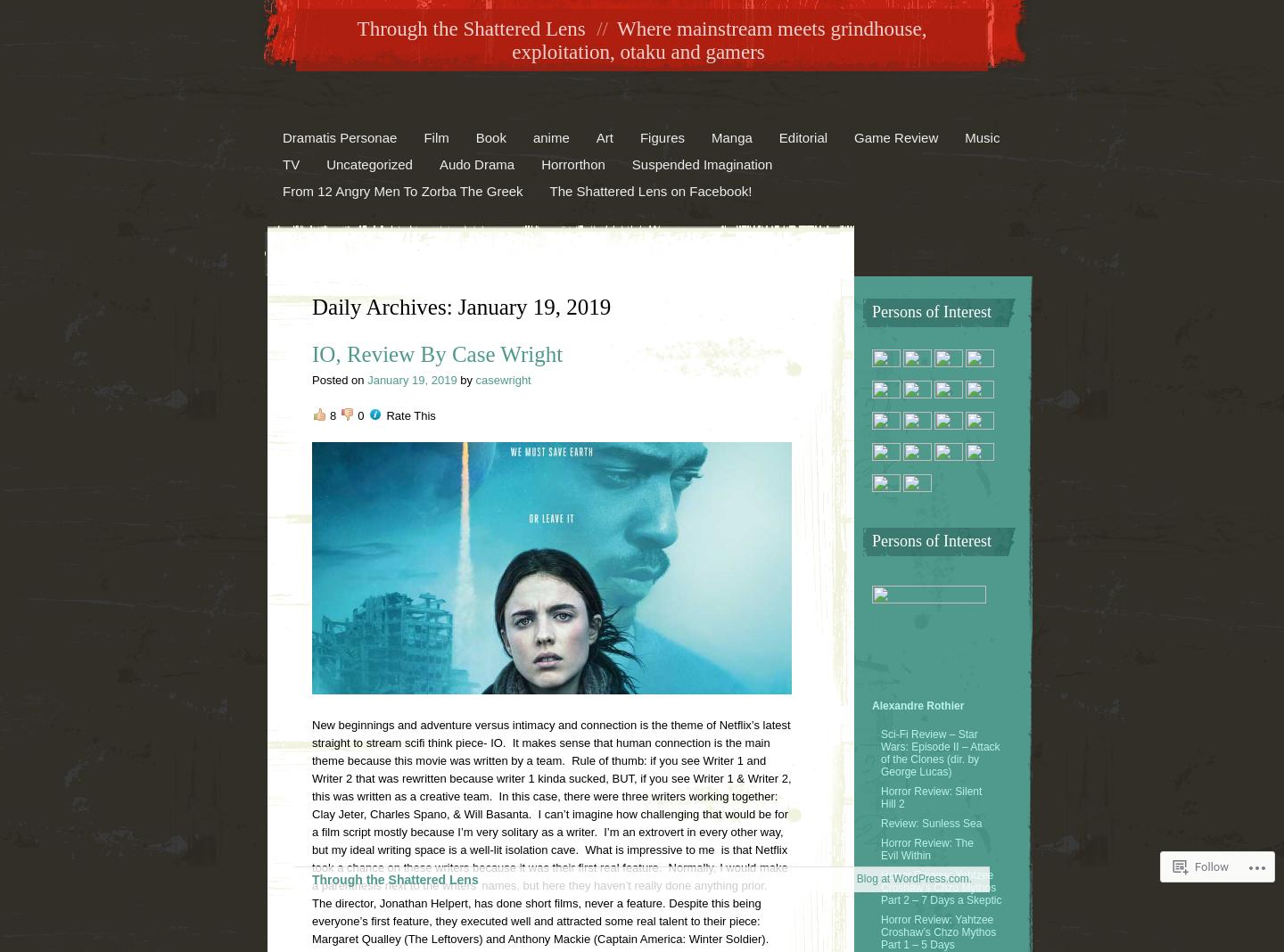  I want to click on 'Where mainstream meets grindhouse, exploitation, otaku and gamers', so click(719, 39).